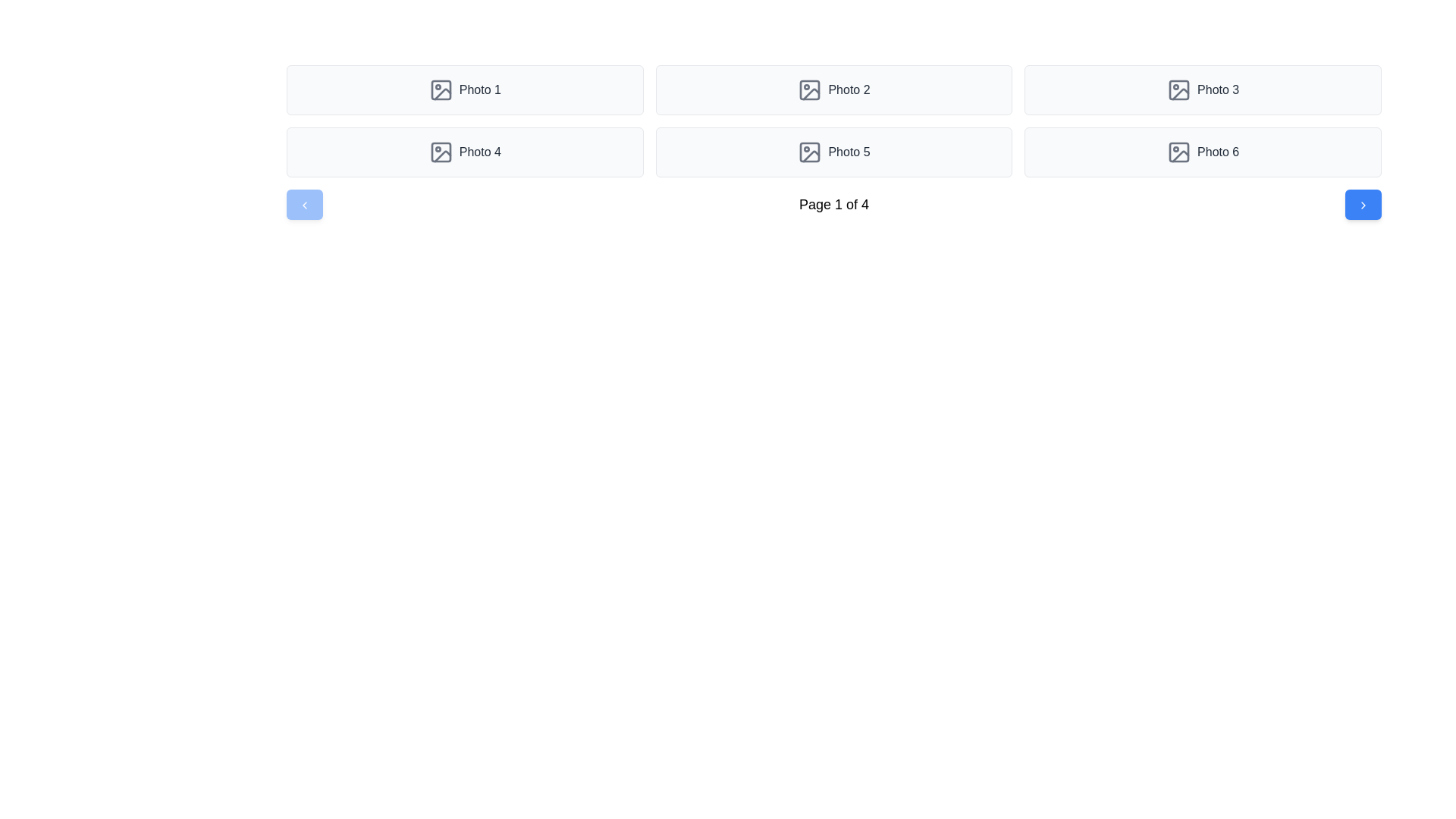 This screenshot has height=819, width=1456. What do you see at coordinates (833, 205) in the screenshot?
I see `text label indicating the current page number and total number of pages, which is centered between the navigational buttons` at bounding box center [833, 205].